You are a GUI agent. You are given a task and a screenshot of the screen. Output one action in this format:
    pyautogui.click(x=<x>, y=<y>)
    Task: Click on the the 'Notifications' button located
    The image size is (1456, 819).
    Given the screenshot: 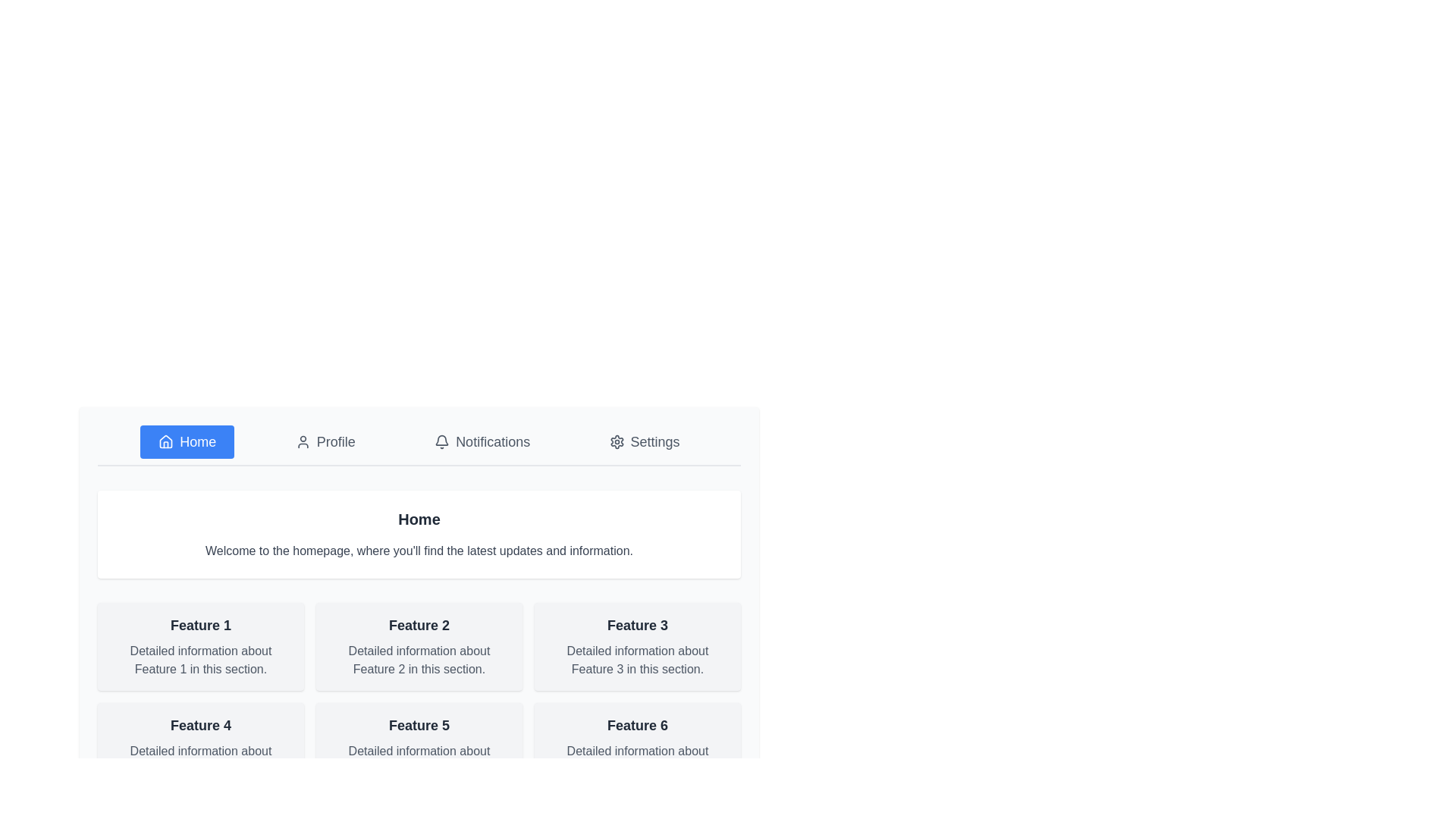 What is the action you would take?
    pyautogui.click(x=482, y=441)
    